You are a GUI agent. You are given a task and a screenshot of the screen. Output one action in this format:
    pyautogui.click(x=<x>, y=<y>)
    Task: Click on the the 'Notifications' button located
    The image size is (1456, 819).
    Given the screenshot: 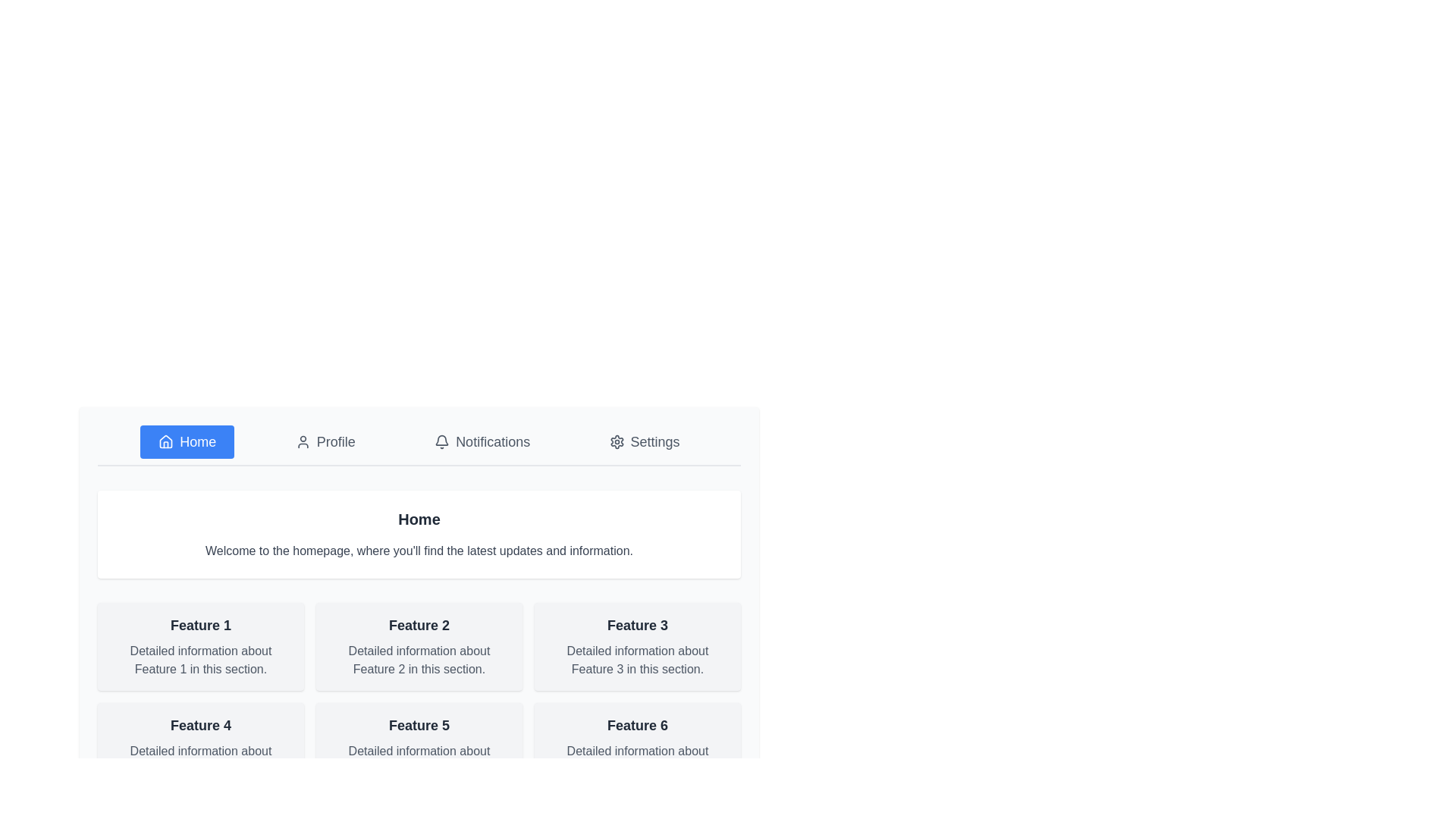 What is the action you would take?
    pyautogui.click(x=482, y=441)
    